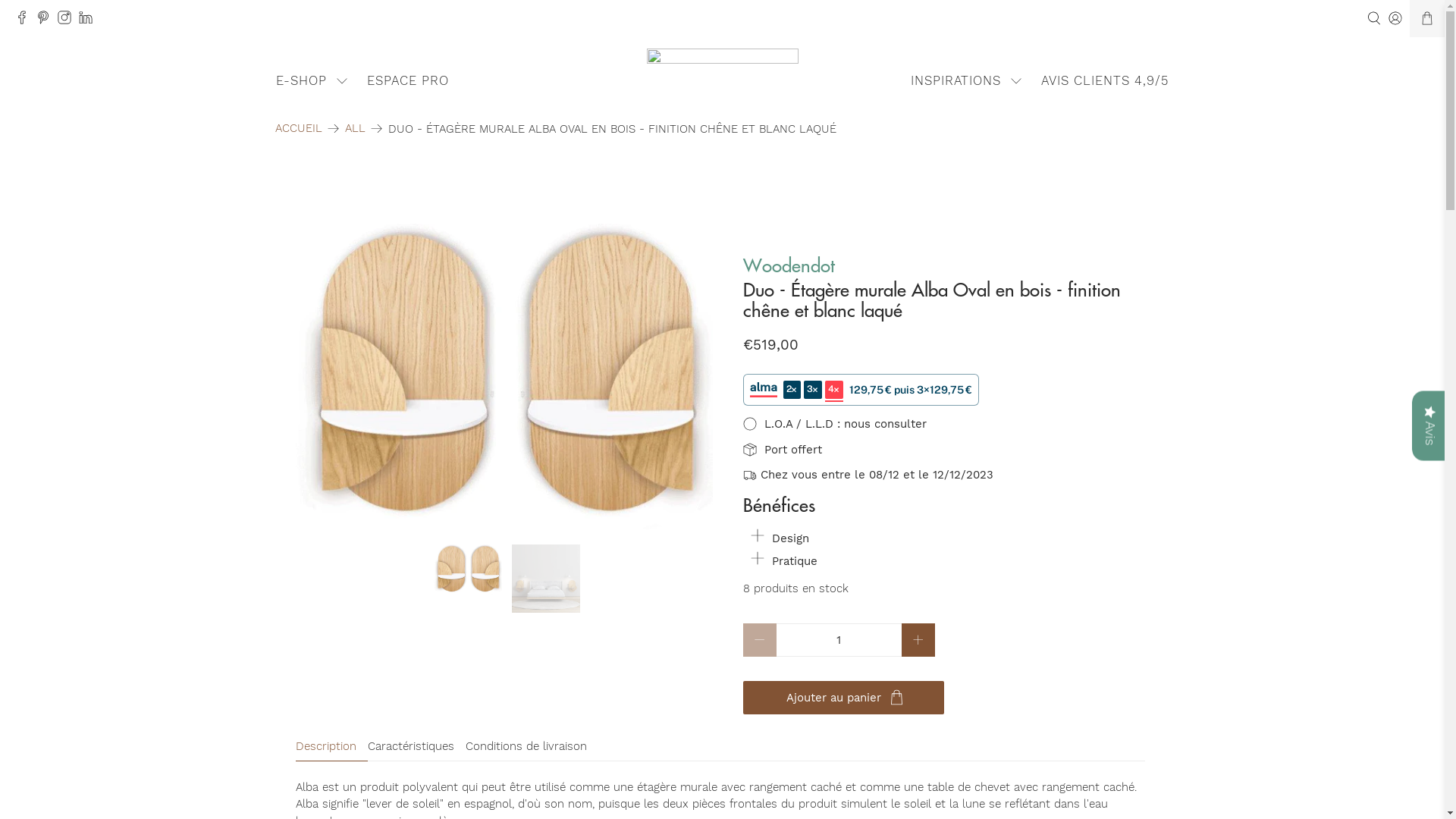 The image size is (1456, 819). I want to click on 'ESPACE PRO', so click(408, 80).